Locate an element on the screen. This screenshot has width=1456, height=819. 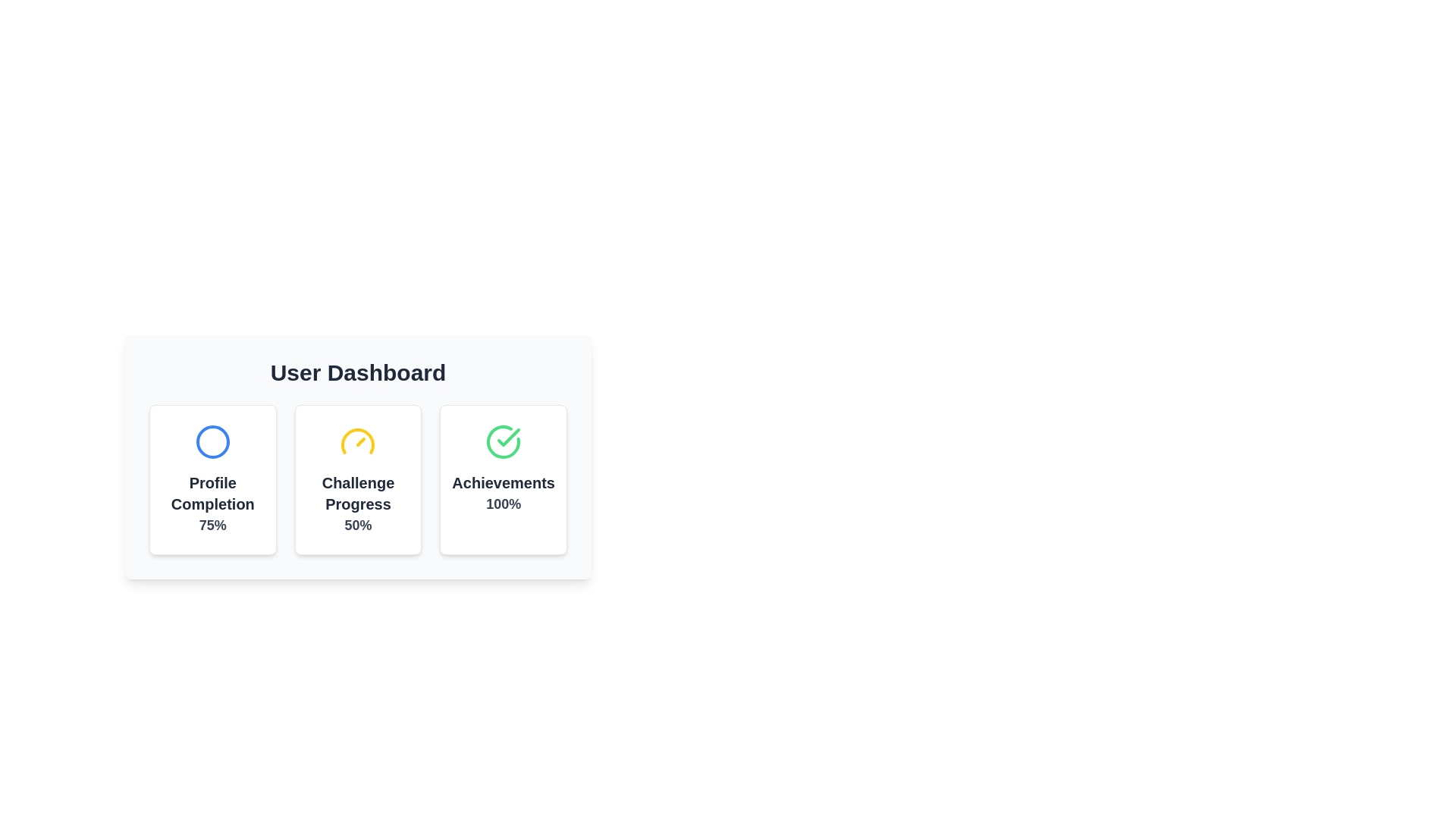
the circular success indicator icon with a green stroke and checkmark located at the top center of the 'Achievements' panel in the User Dashboard interface is located at coordinates (504, 441).